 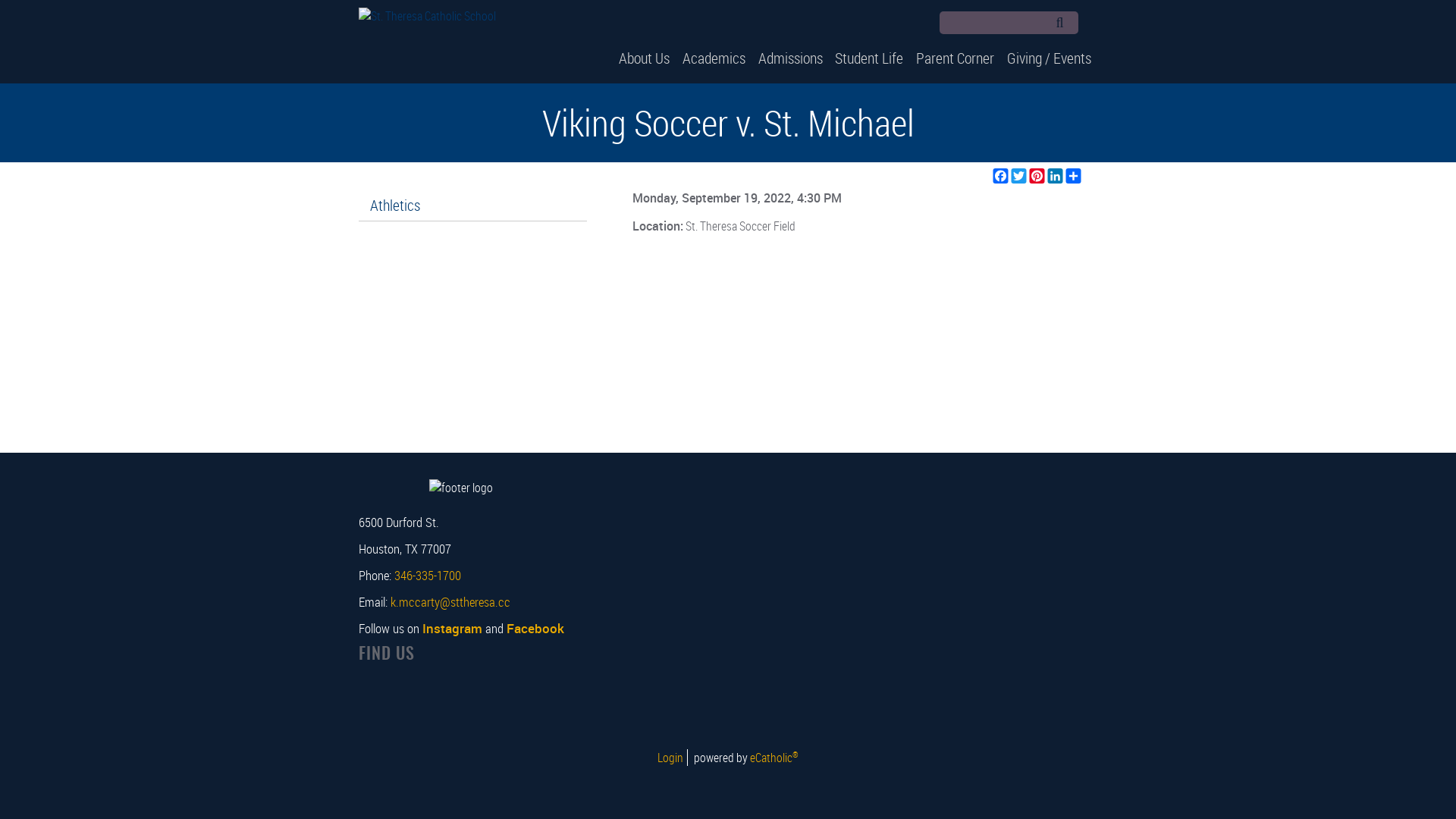 What do you see at coordinates (356, 205) in the screenshot?
I see `'Athletics'` at bounding box center [356, 205].